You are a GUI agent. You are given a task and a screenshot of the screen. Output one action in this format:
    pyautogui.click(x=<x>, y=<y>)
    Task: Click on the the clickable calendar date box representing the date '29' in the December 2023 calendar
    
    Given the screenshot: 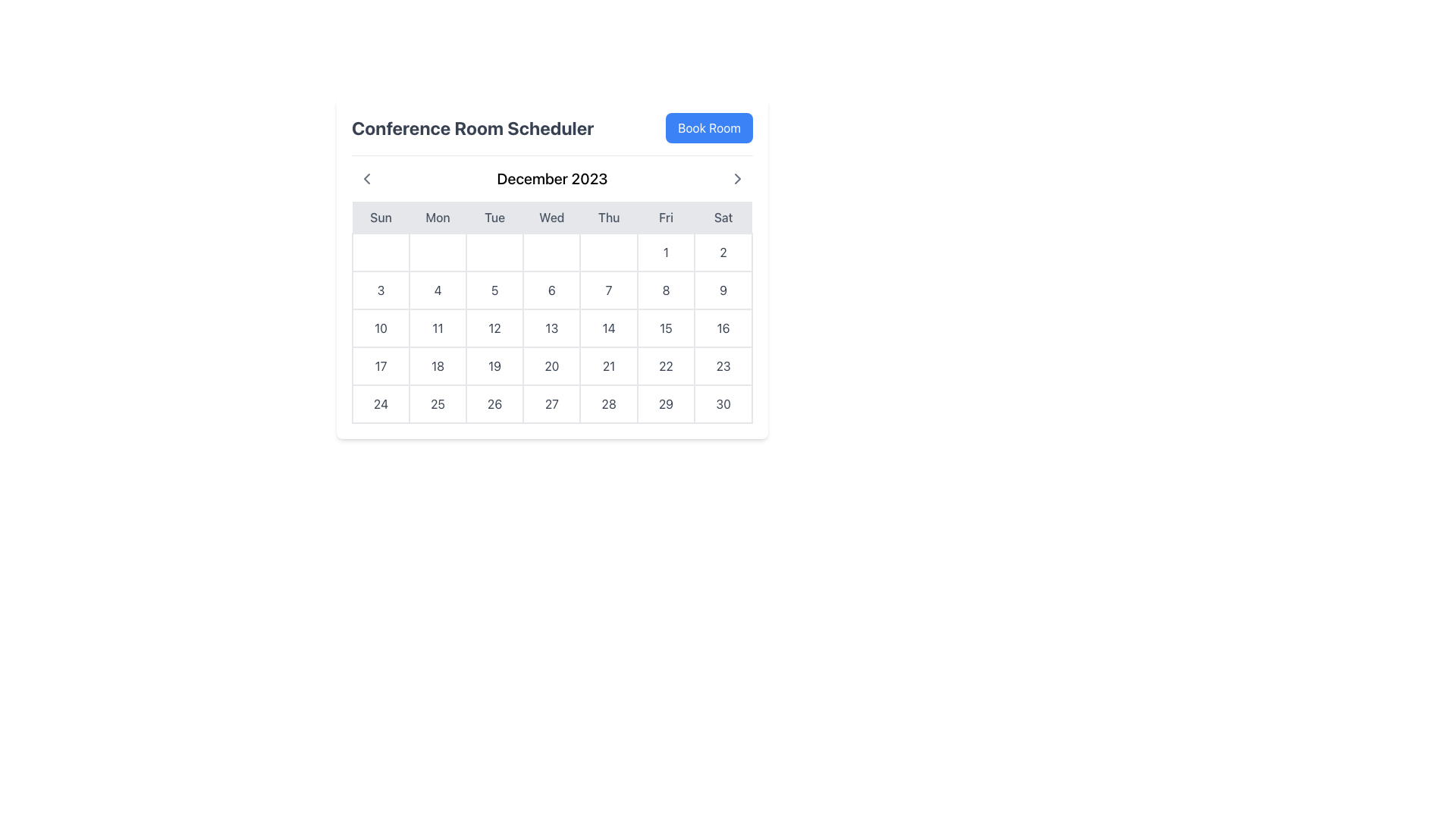 What is the action you would take?
    pyautogui.click(x=666, y=403)
    